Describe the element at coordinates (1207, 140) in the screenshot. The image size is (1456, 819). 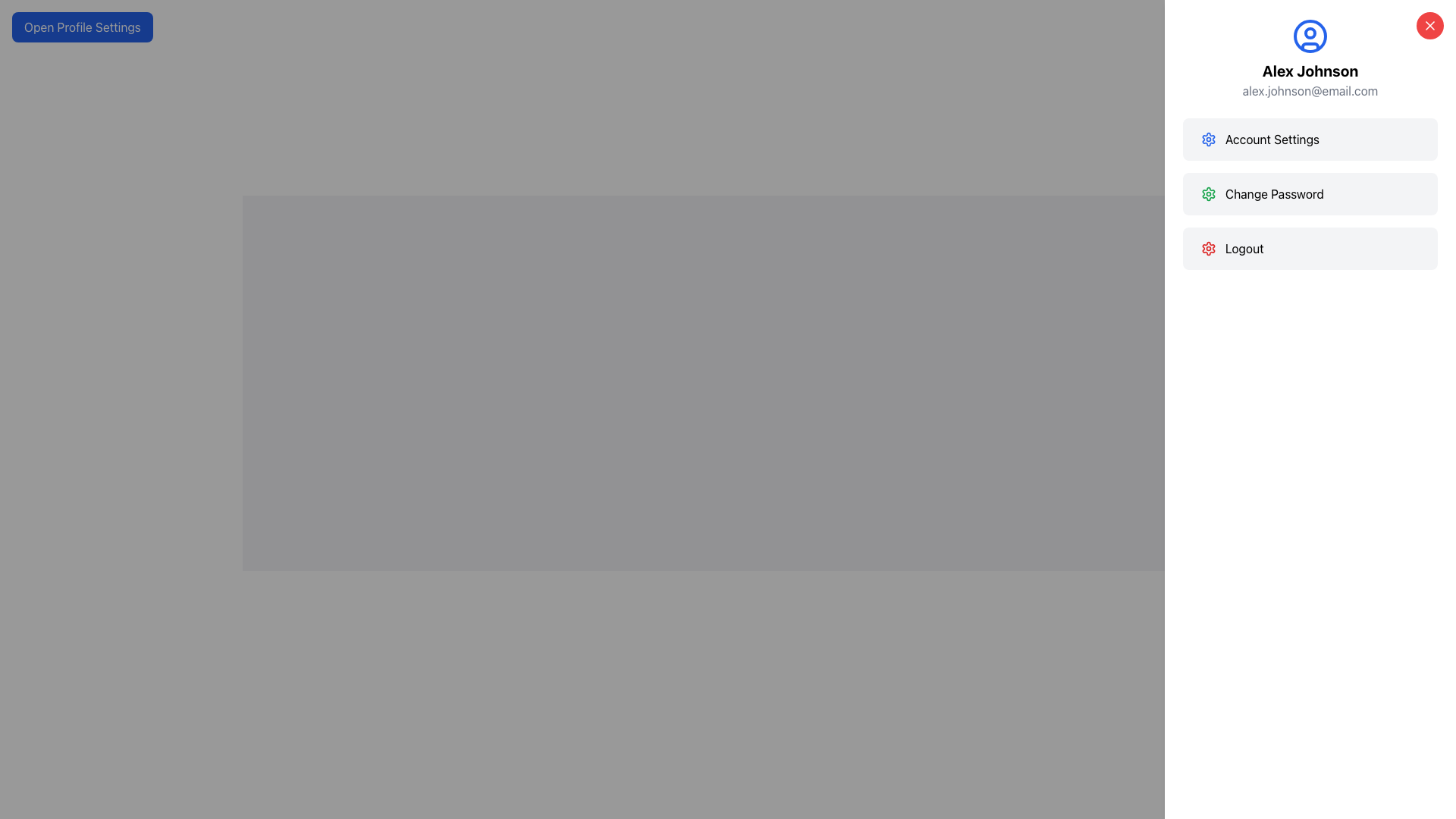
I see `the blue gear icon located to the left of the 'Account Settings' button` at that location.